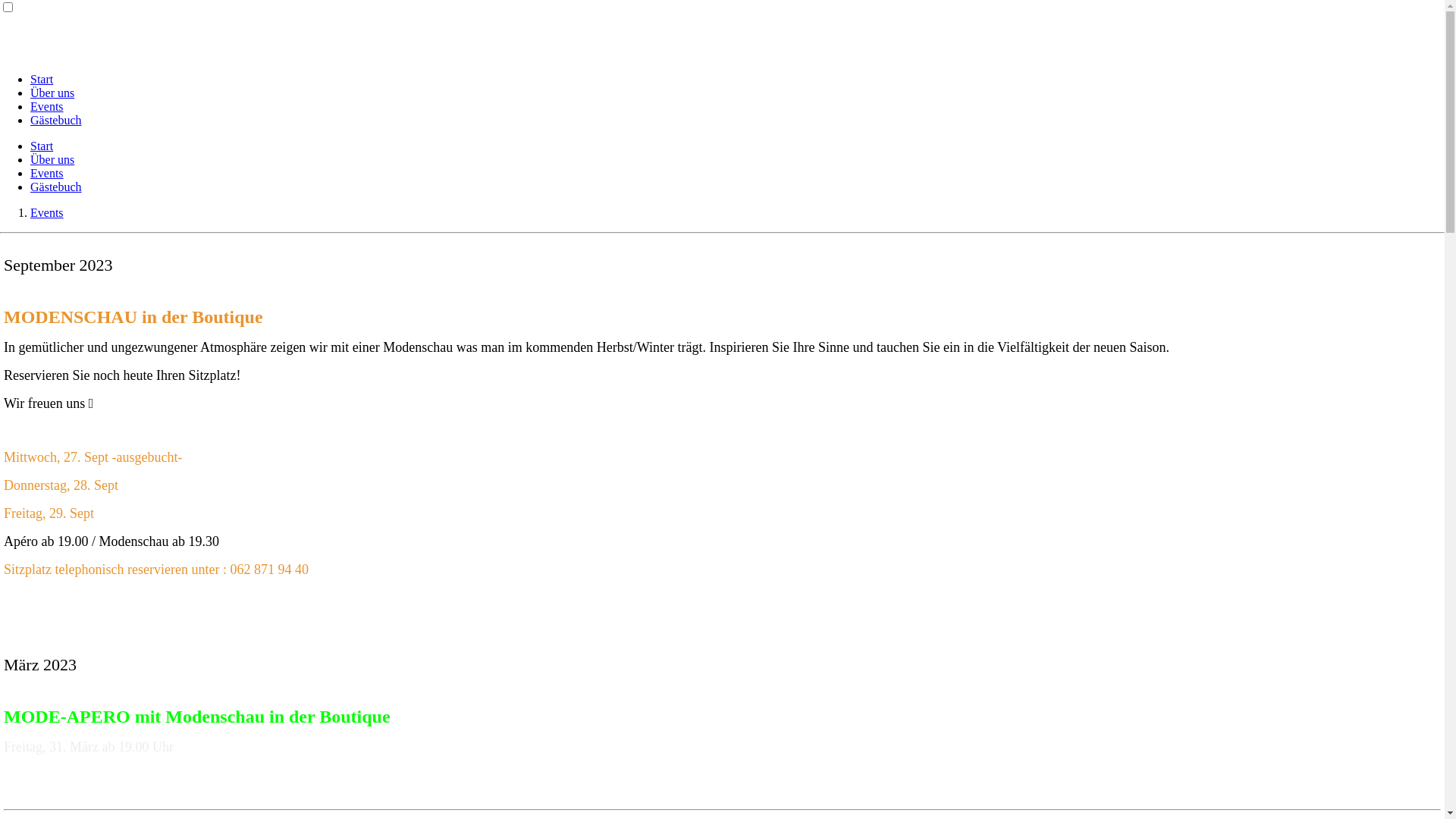 Image resolution: width=1456 pixels, height=819 pixels. I want to click on 'Start', so click(41, 146).